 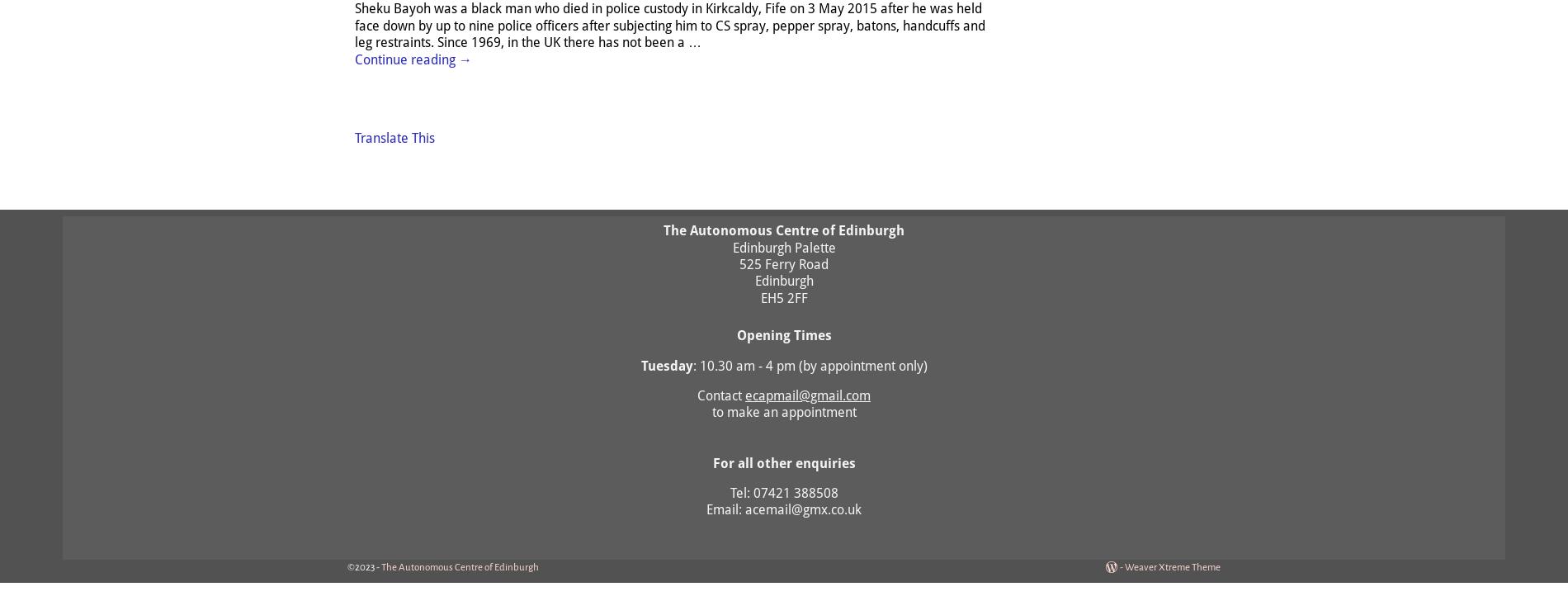 What do you see at coordinates (808, 395) in the screenshot?
I see `'ecapmail@gmail.com'` at bounding box center [808, 395].